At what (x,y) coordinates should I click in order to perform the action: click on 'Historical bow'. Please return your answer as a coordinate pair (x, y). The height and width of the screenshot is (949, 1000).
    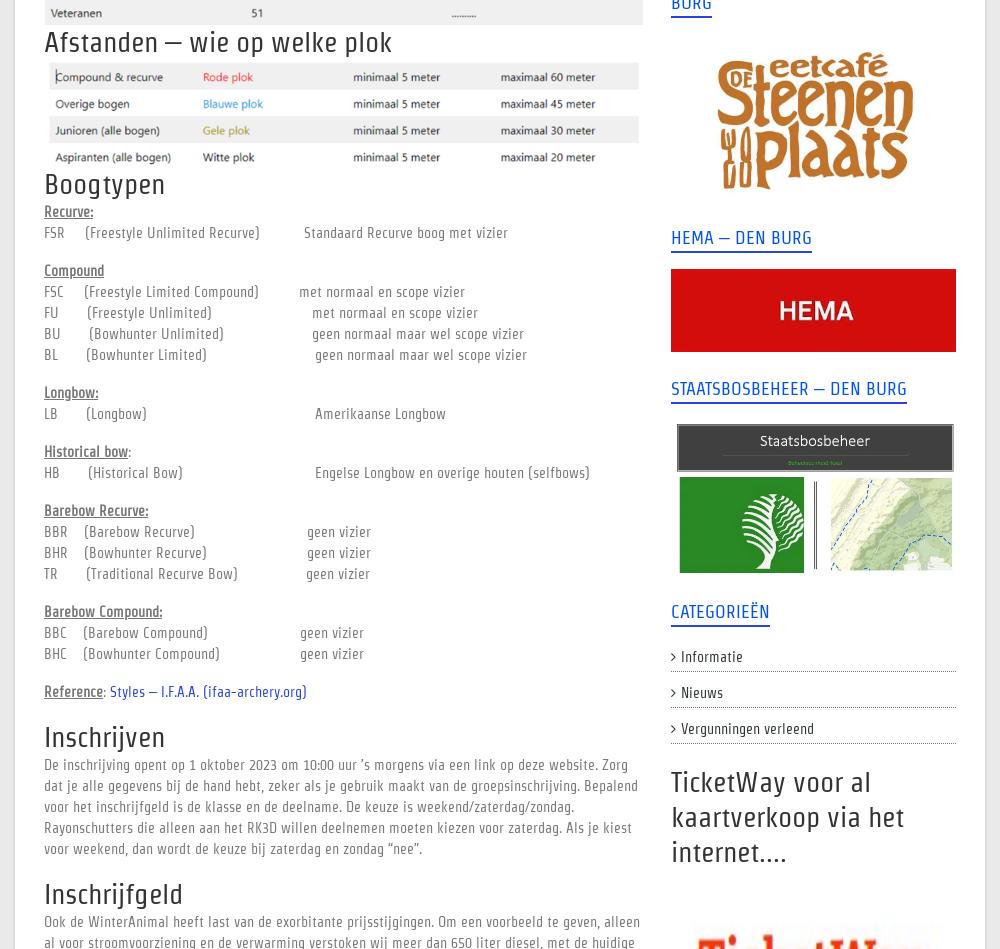
    Looking at the image, I should click on (85, 452).